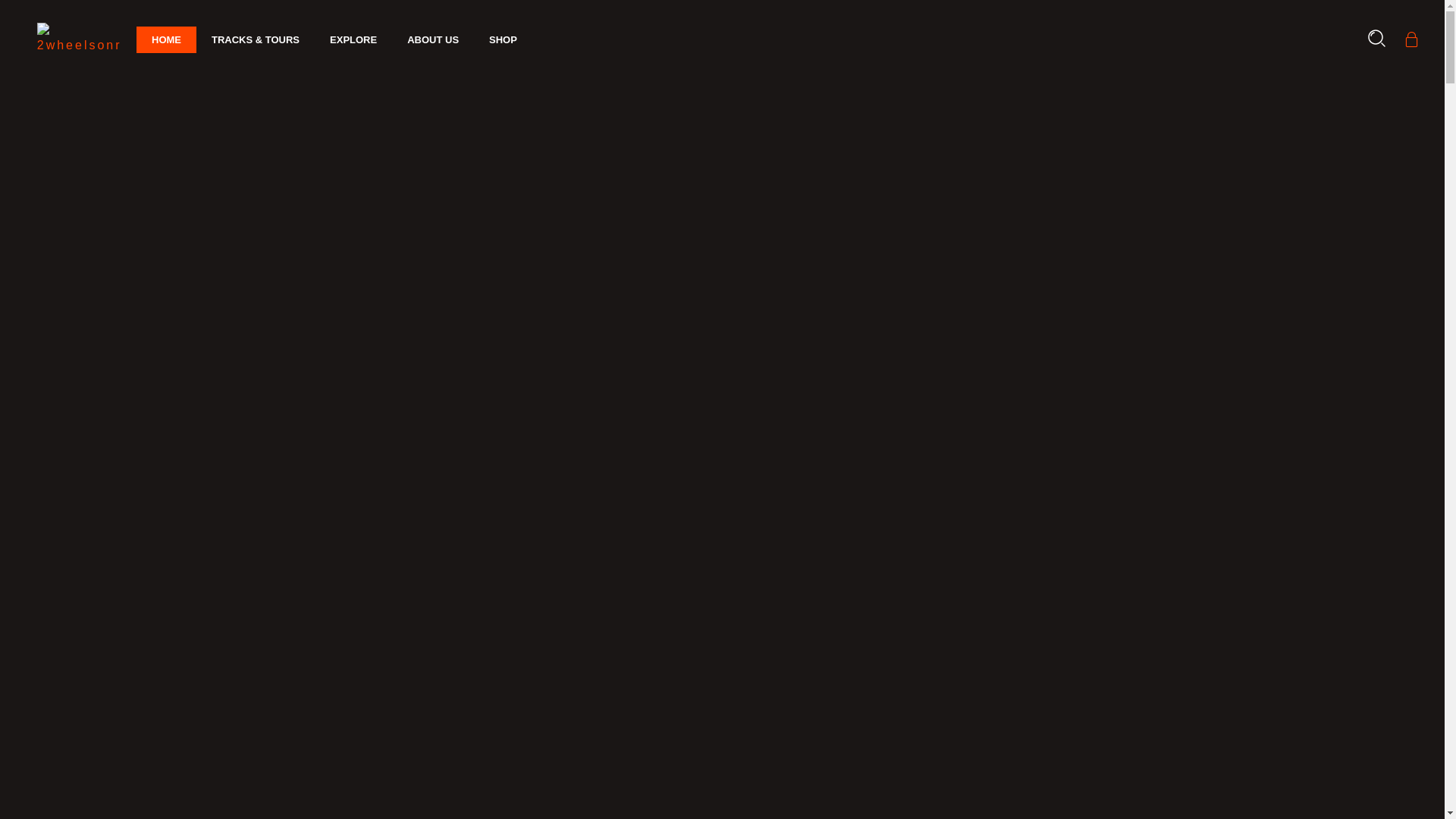  What do you see at coordinates (196, 39) in the screenshot?
I see `'TRACKS & TOURS'` at bounding box center [196, 39].